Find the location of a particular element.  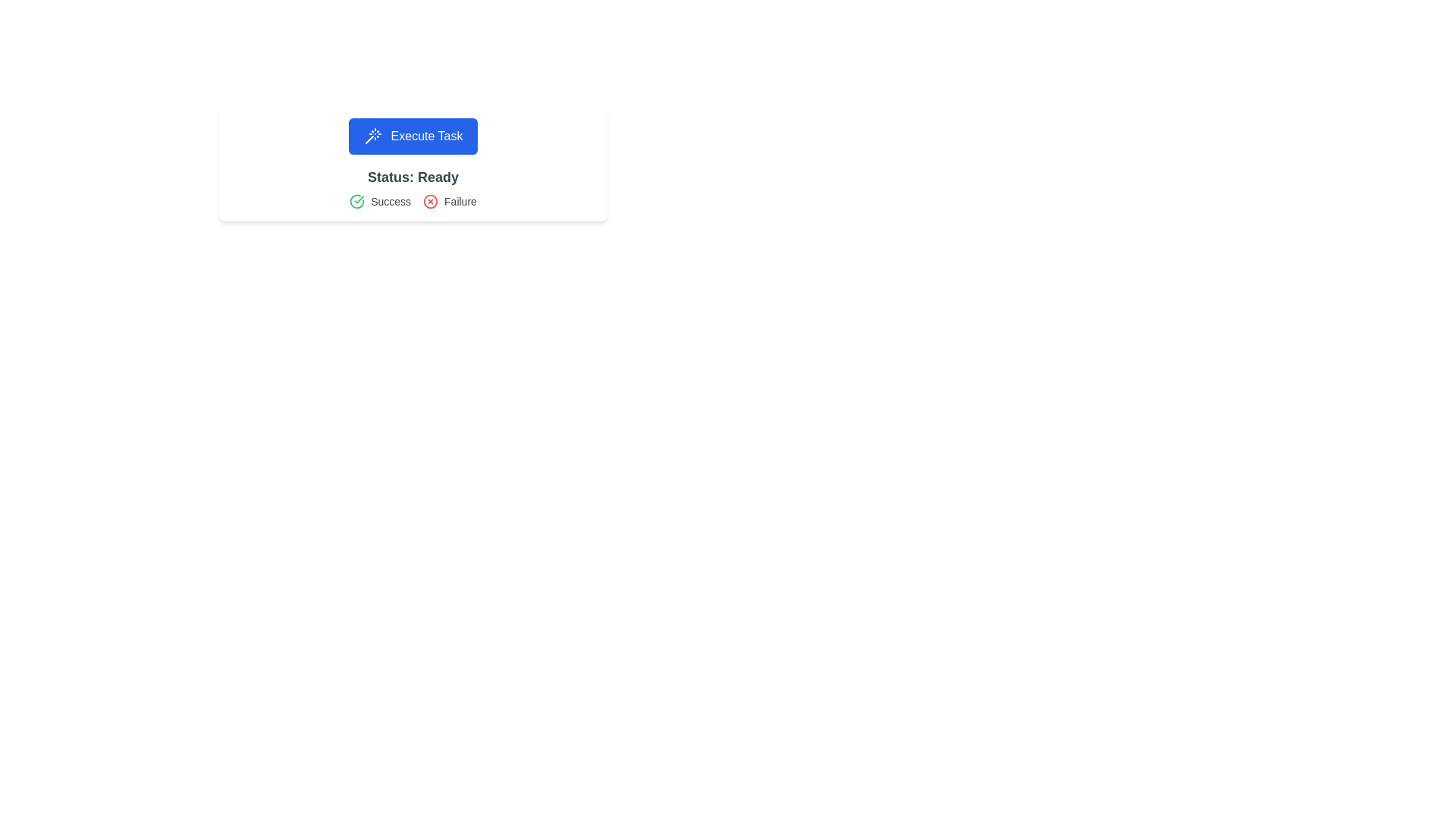

the 'Execute Task' text label located on the blue button at the top-center of the interface is located at coordinates (425, 136).